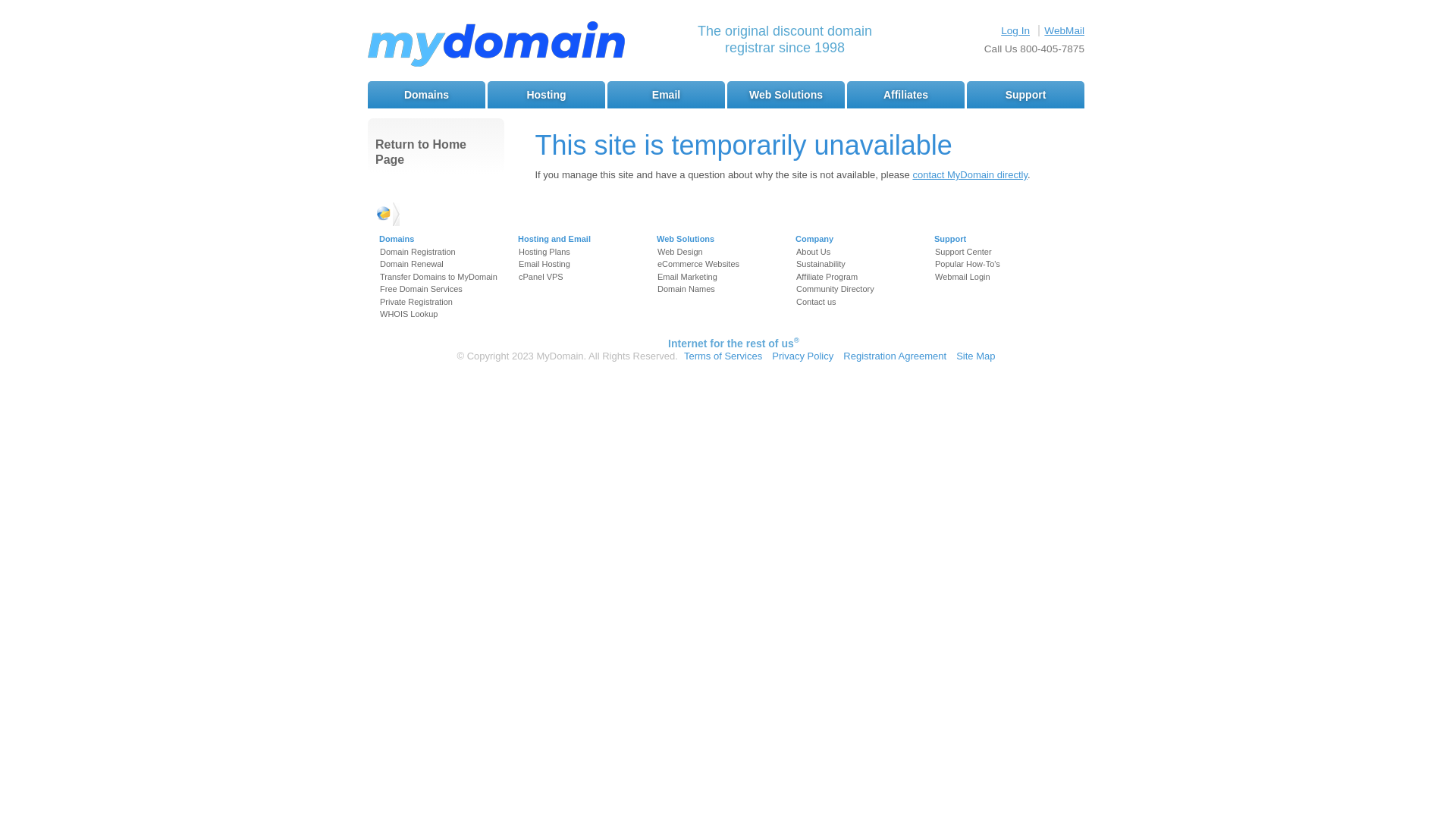 Image resolution: width=1456 pixels, height=819 pixels. What do you see at coordinates (488, 94) in the screenshot?
I see `'Hosting'` at bounding box center [488, 94].